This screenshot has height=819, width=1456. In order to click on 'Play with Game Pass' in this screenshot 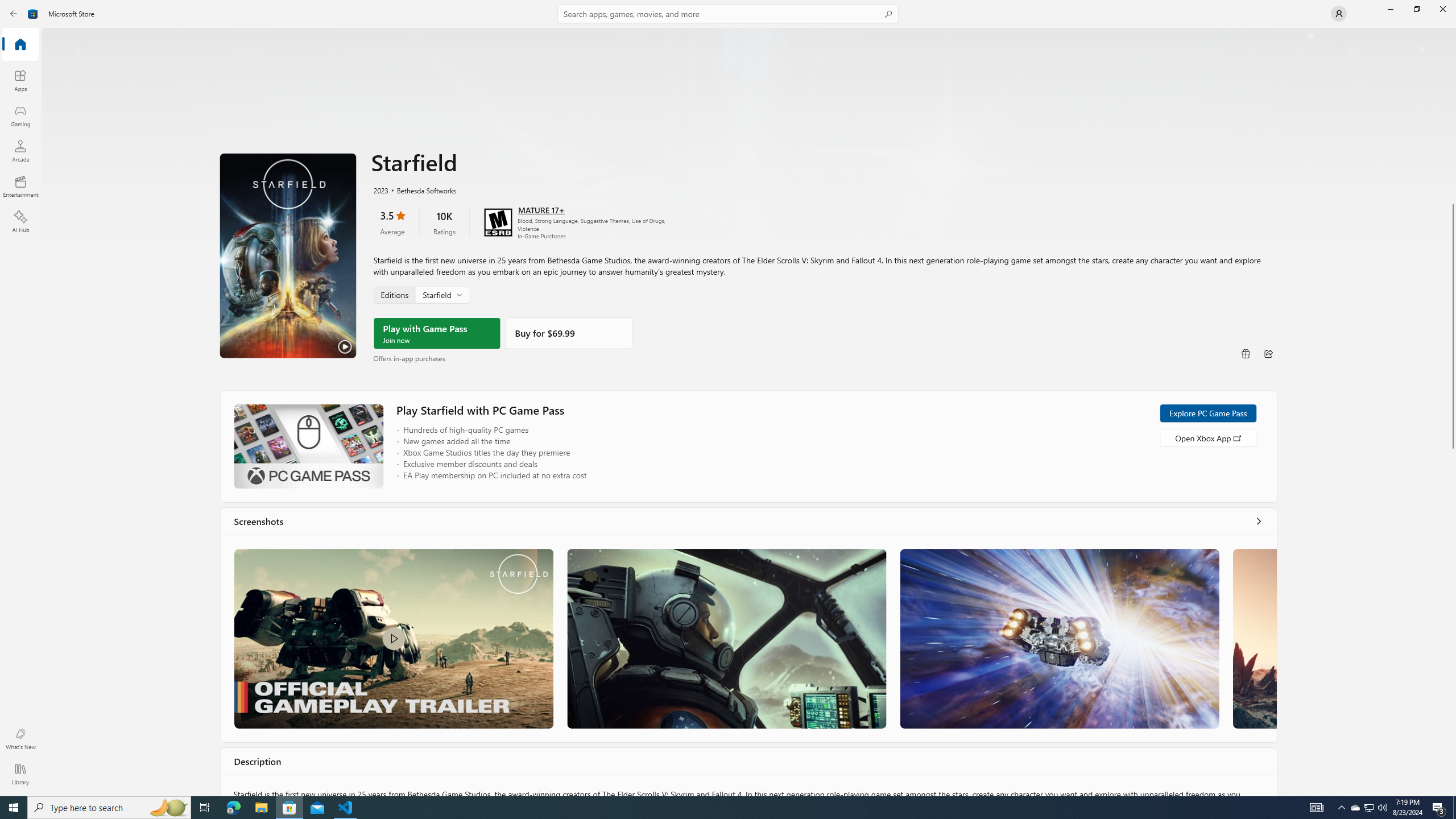, I will do `click(436, 333)`.